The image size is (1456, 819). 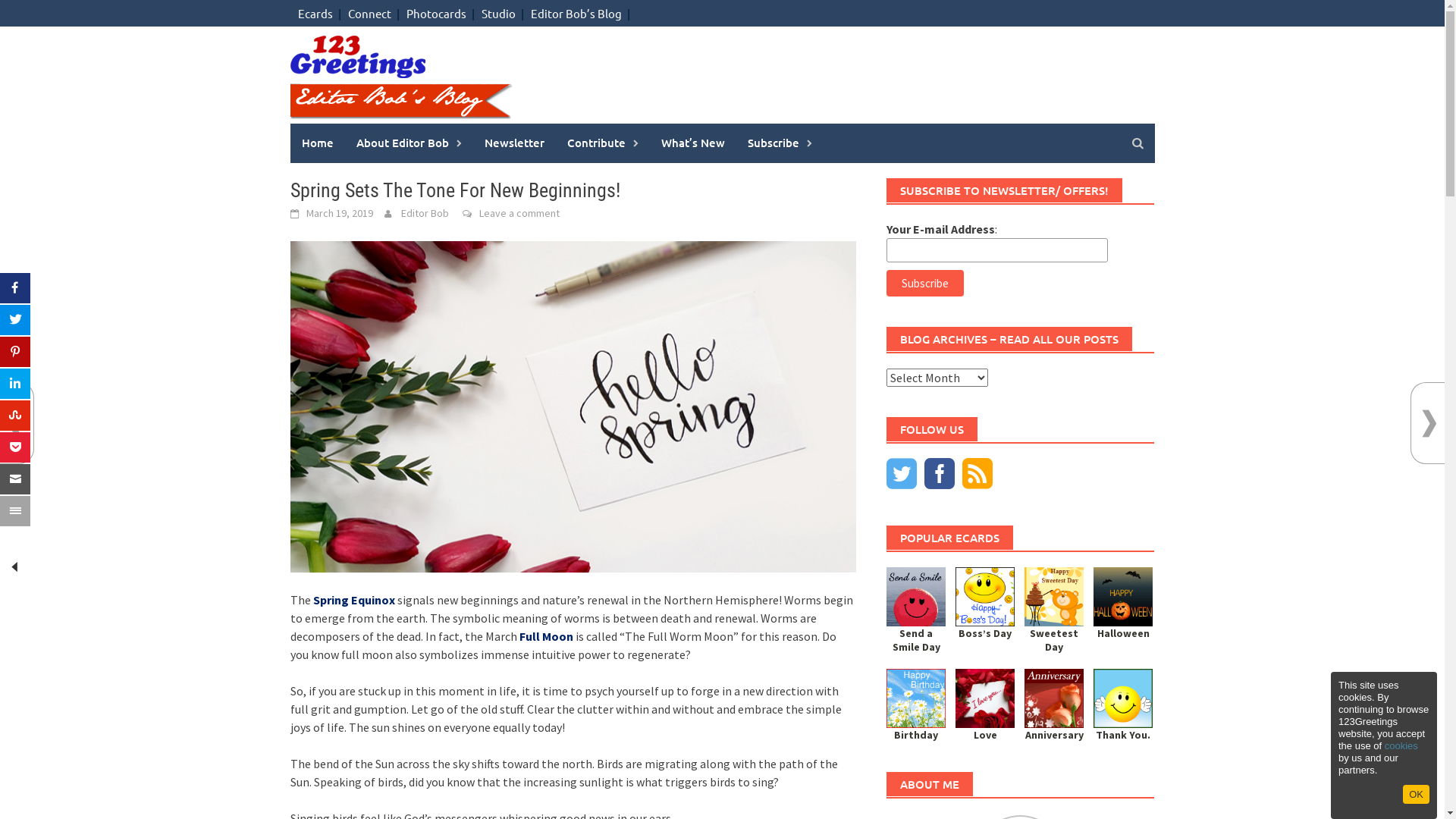 I want to click on 'Editor Bob', so click(x=424, y=213).